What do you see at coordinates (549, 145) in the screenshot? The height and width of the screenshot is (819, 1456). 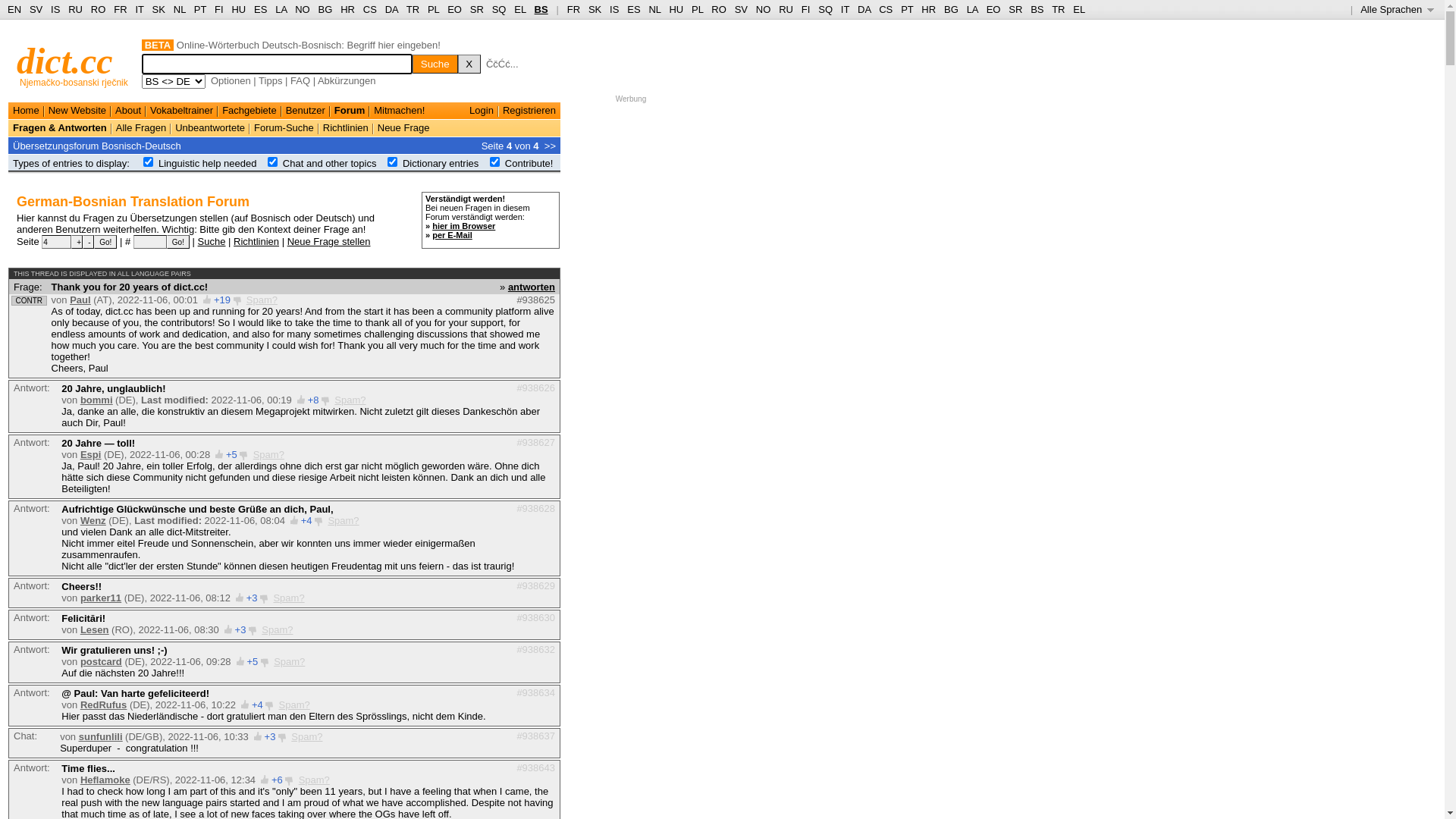 I see `'>>'` at bounding box center [549, 145].